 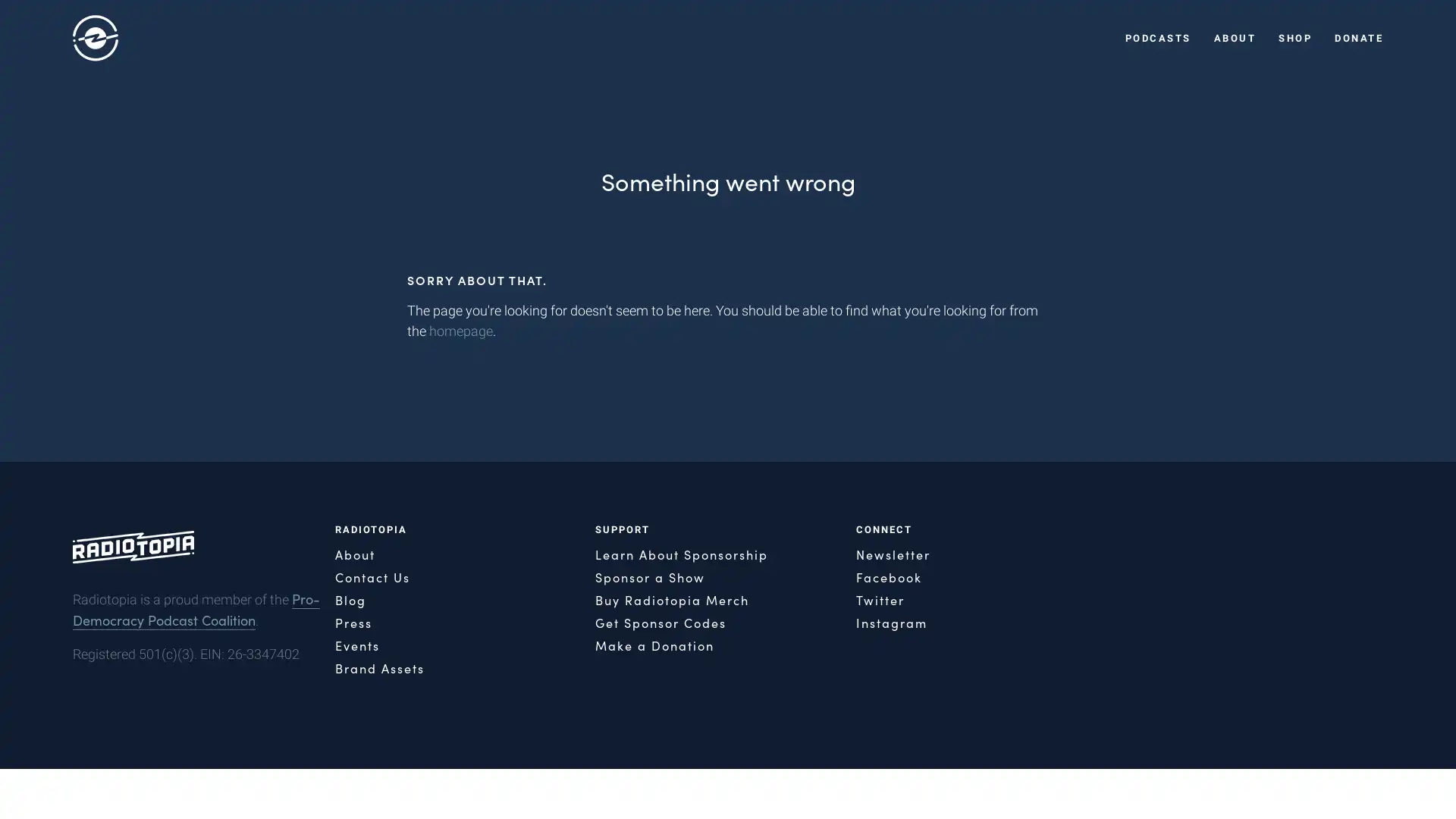 I want to click on SIGN ME UP!, so click(x=728, y=576).